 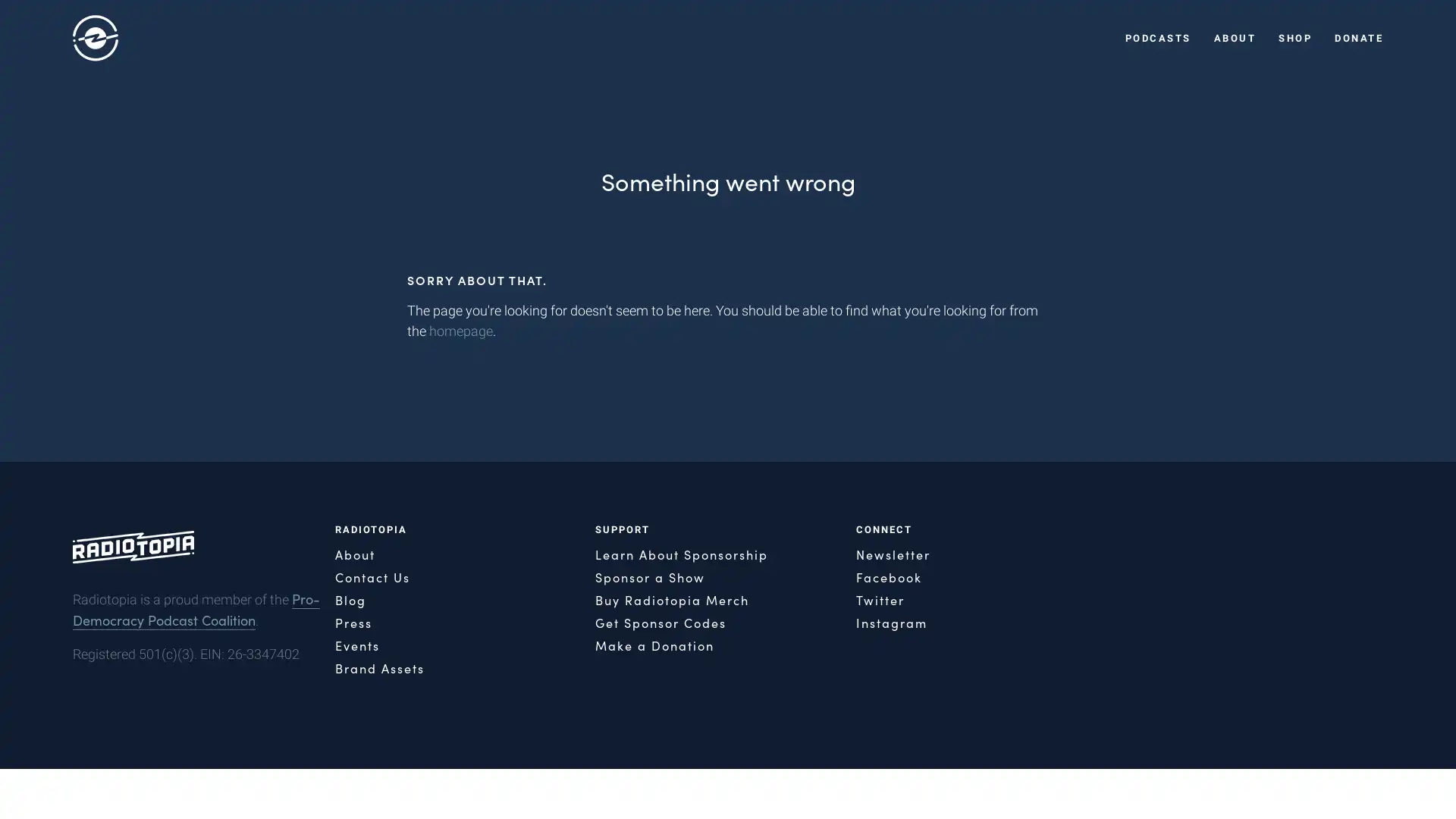 I want to click on SIGN ME UP!, so click(x=728, y=576).